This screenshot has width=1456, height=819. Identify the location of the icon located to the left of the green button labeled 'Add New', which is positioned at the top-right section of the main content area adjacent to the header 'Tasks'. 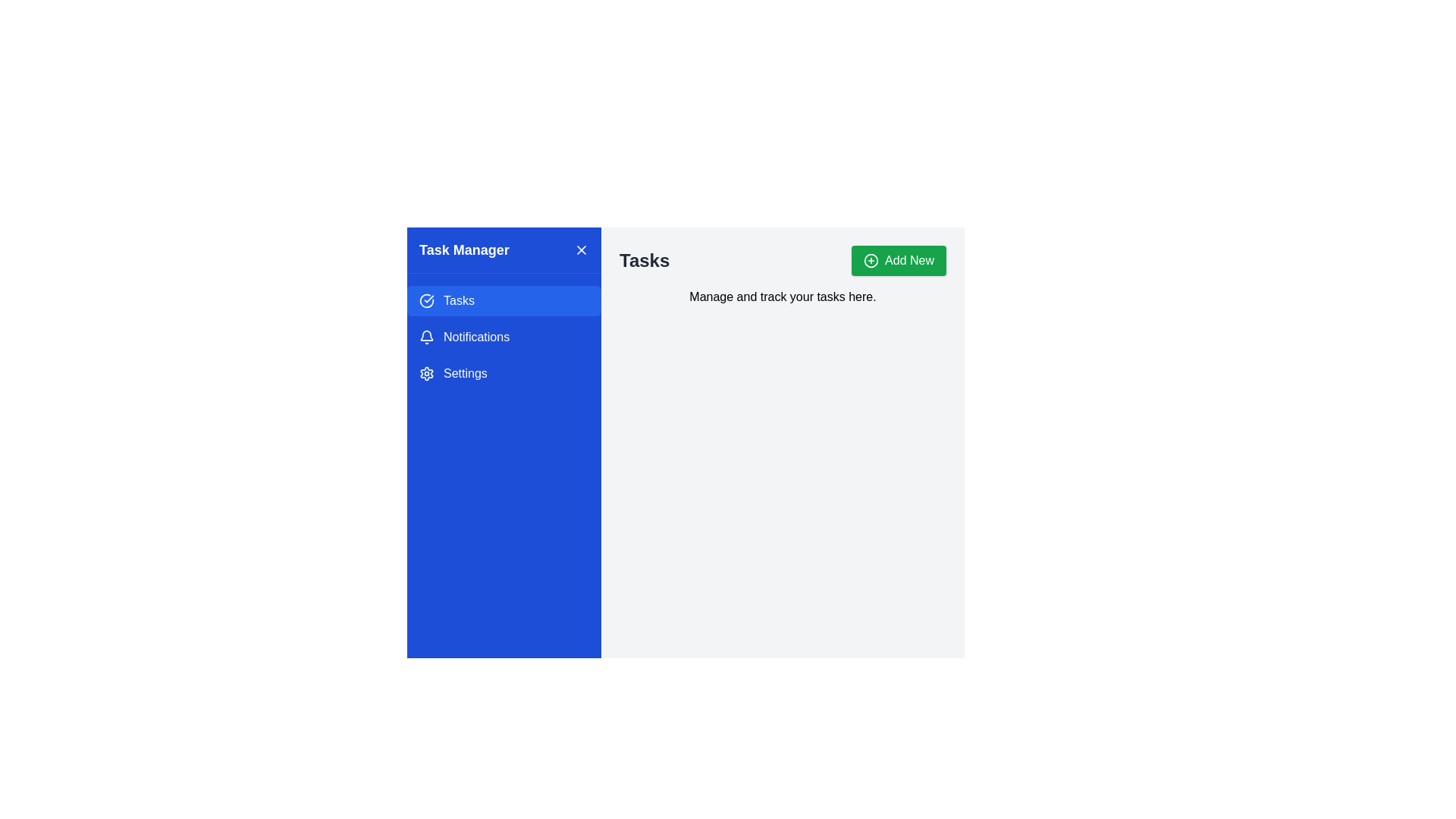
(871, 259).